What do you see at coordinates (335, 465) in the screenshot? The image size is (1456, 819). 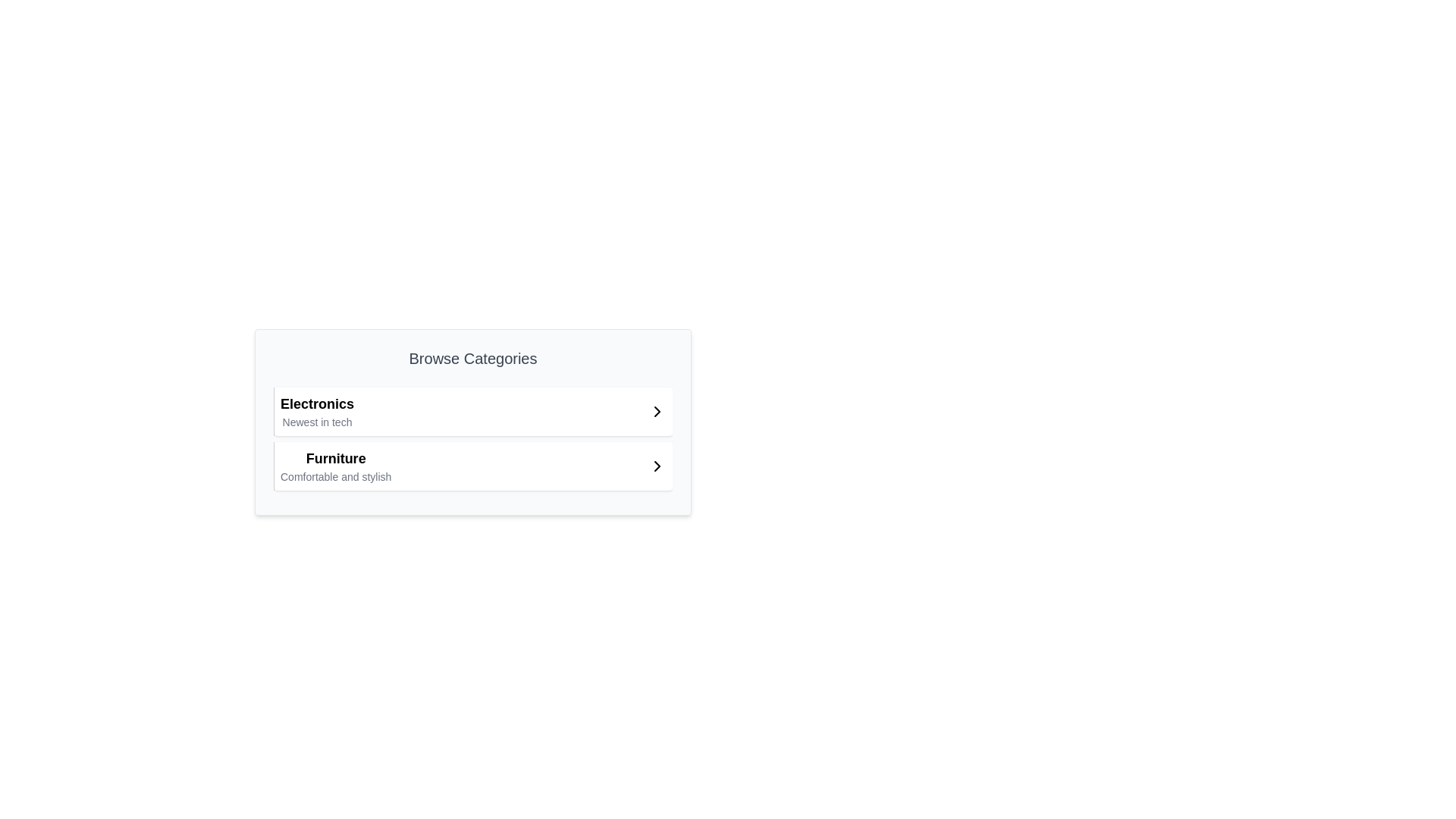 I see `the clickable category option for furniture, which is the second entry under 'Browse Categories' below 'Electronics'` at bounding box center [335, 465].